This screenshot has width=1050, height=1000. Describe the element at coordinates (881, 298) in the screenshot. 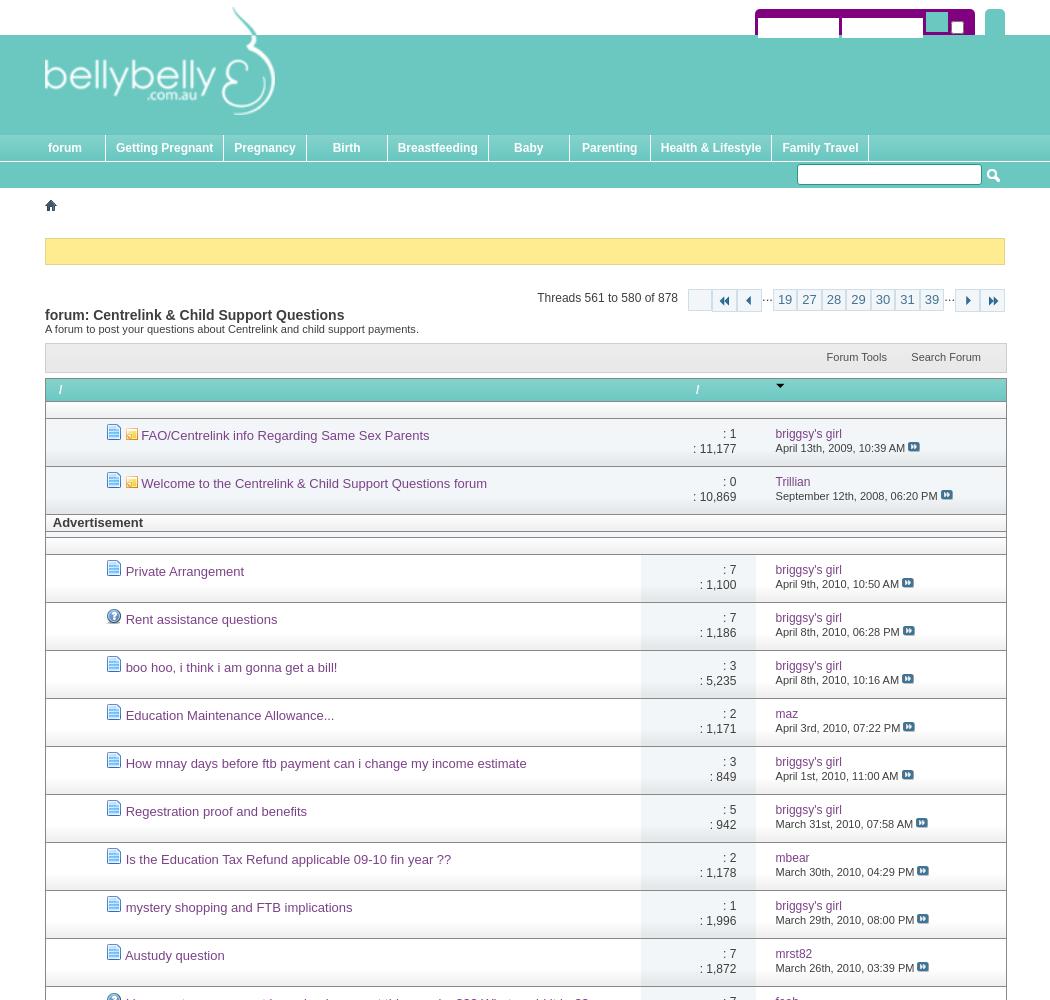

I see `'30'` at that location.